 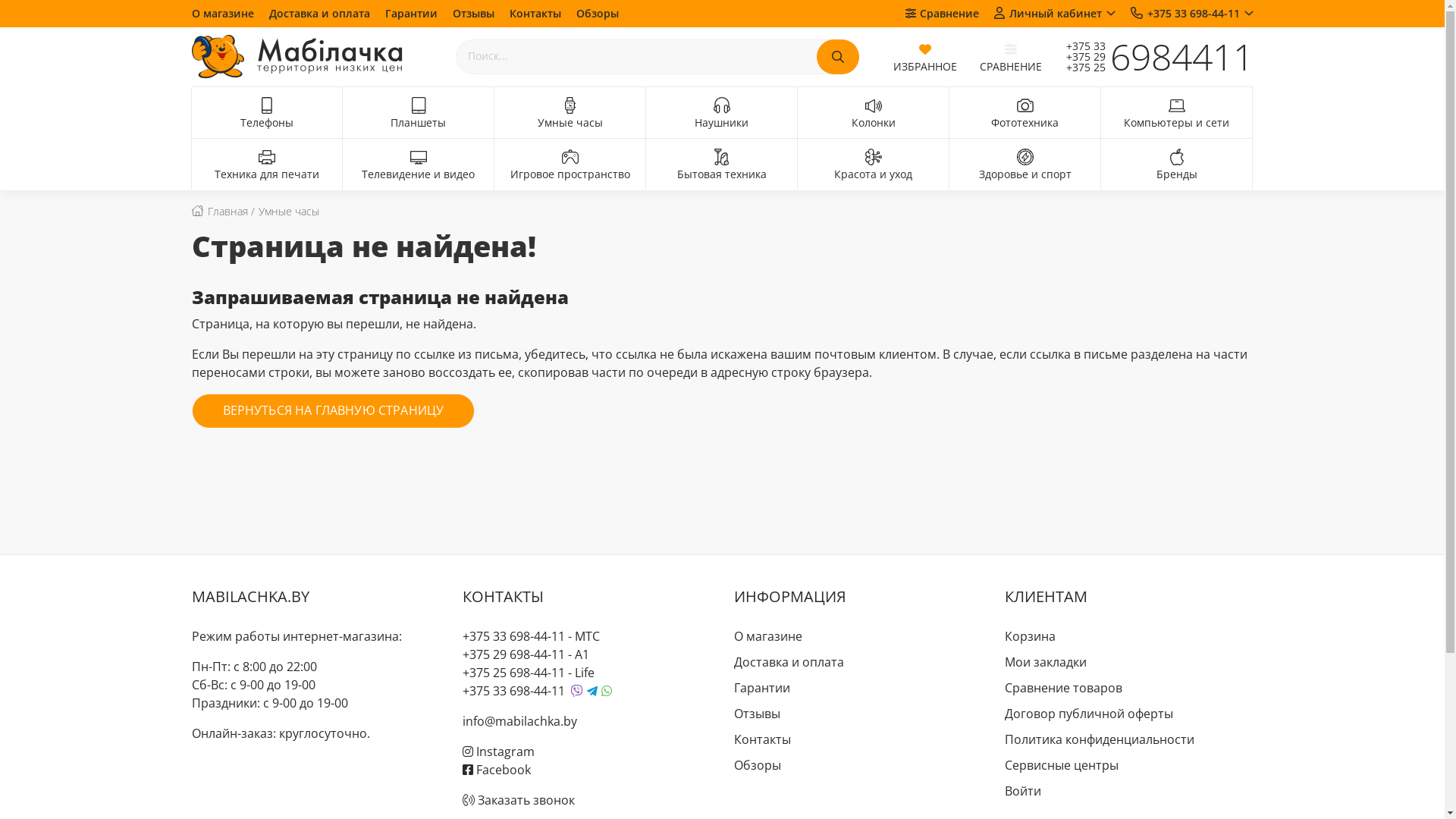 I want to click on '+375 29 698-44-11', so click(x=513, y=654).